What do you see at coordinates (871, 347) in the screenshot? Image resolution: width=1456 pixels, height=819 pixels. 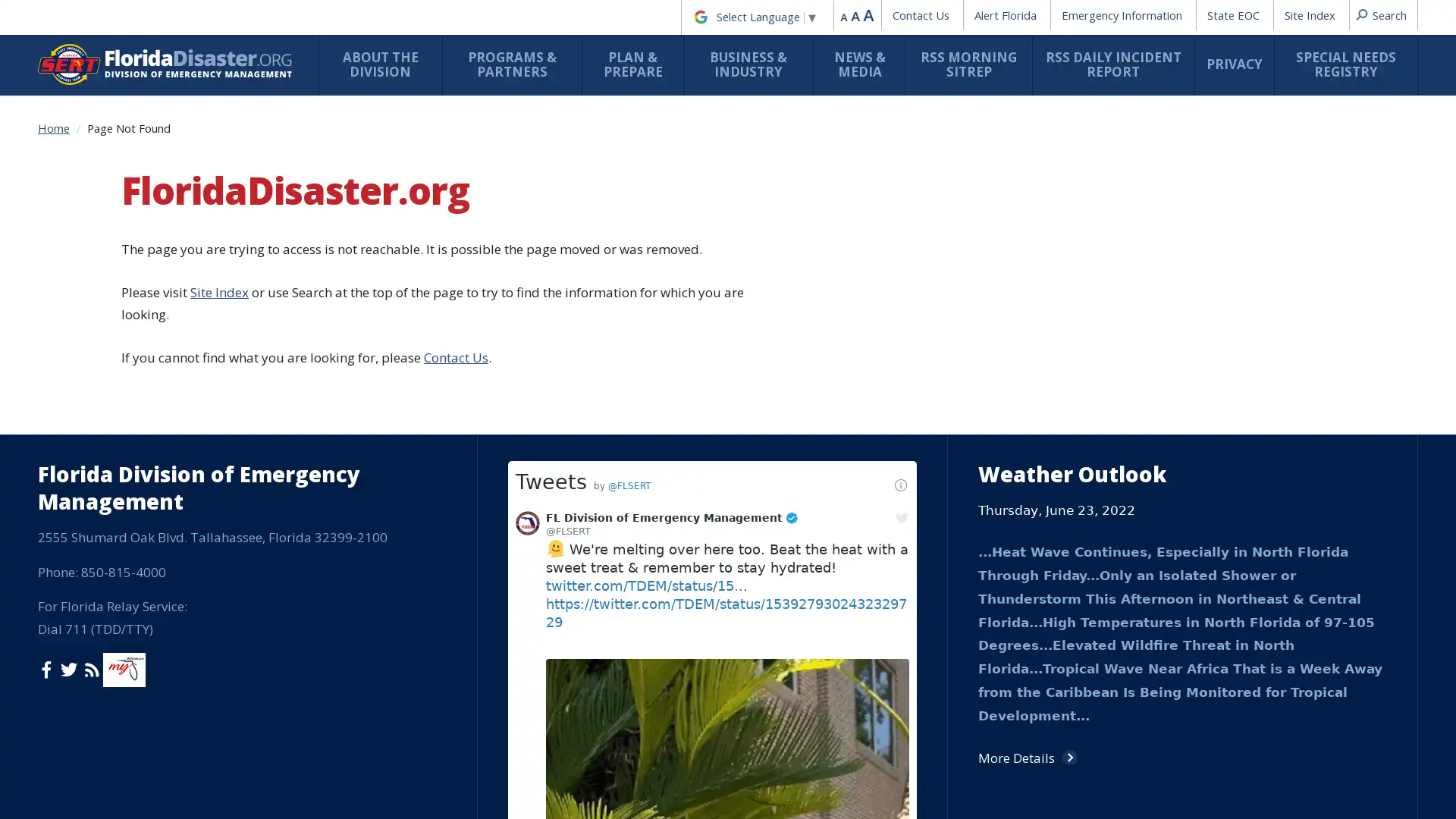 I see `Toggle More` at bounding box center [871, 347].